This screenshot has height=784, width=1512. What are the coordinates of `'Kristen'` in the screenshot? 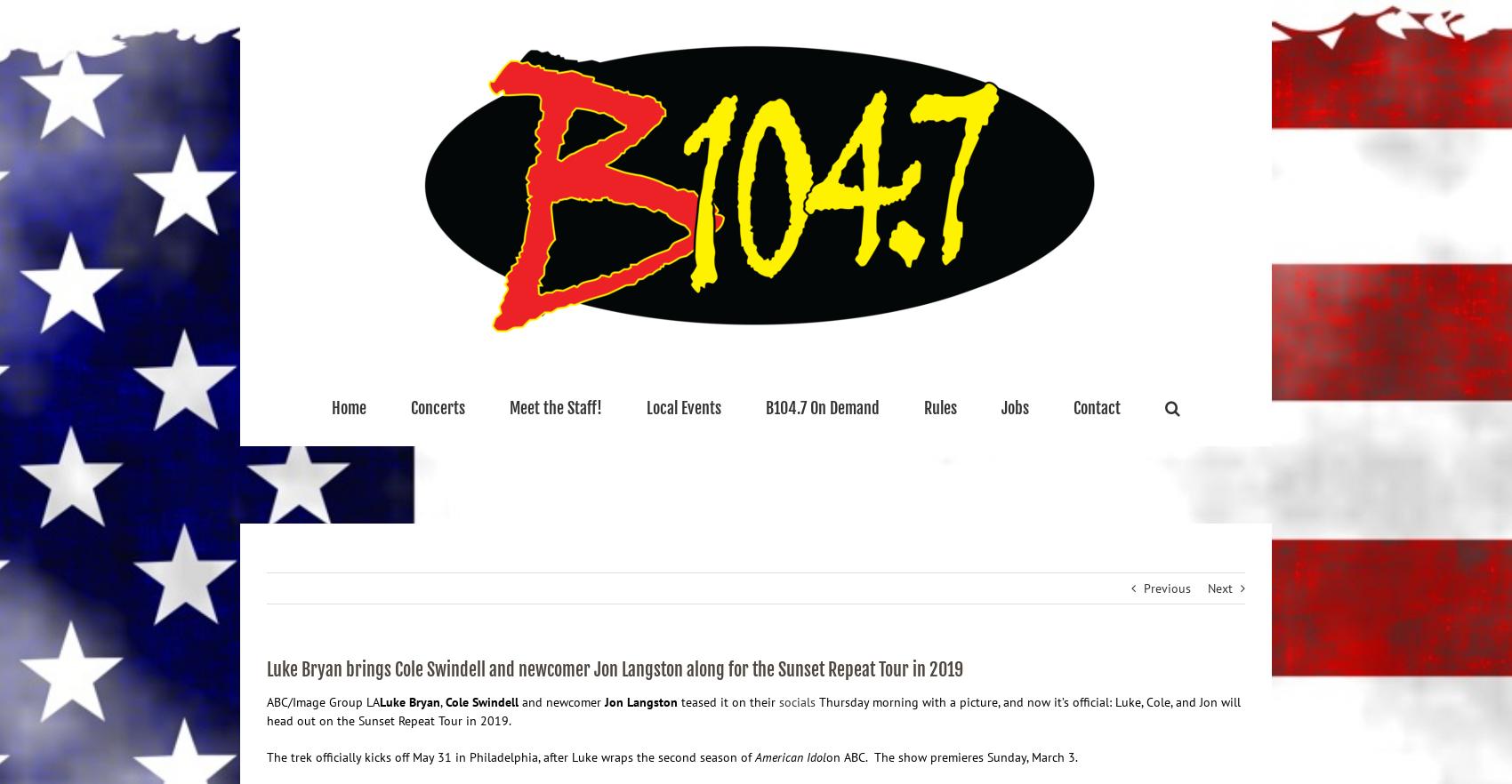 It's located at (543, 492).